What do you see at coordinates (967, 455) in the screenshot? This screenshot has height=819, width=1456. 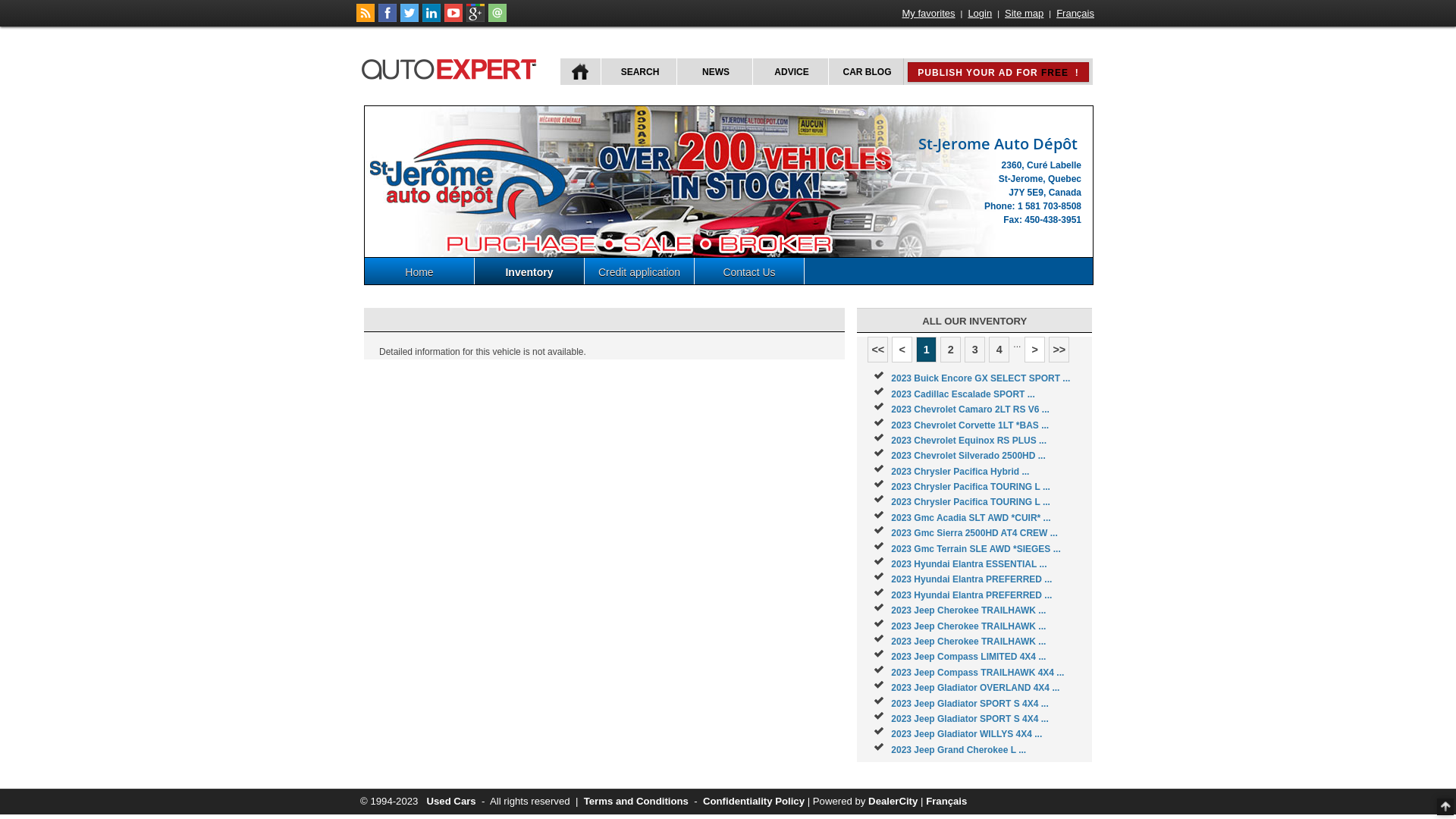 I see `'2023 Chevrolet Silverado 2500HD ...'` at bounding box center [967, 455].